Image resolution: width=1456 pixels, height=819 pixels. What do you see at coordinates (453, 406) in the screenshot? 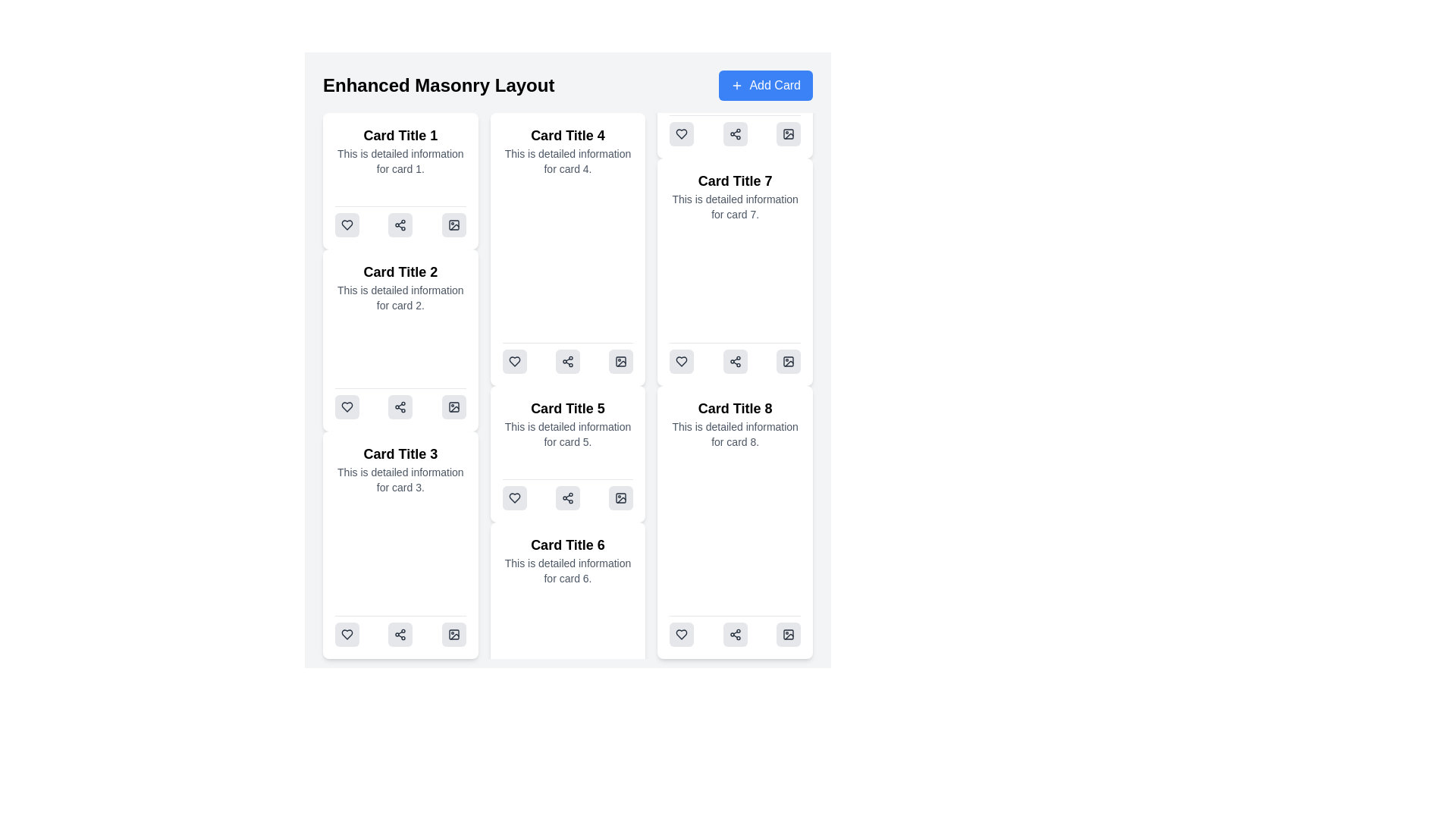
I see `the image-related action button, which is the third icon in the set of three action icons located at the bottom section of 'Card Title 2'` at bounding box center [453, 406].